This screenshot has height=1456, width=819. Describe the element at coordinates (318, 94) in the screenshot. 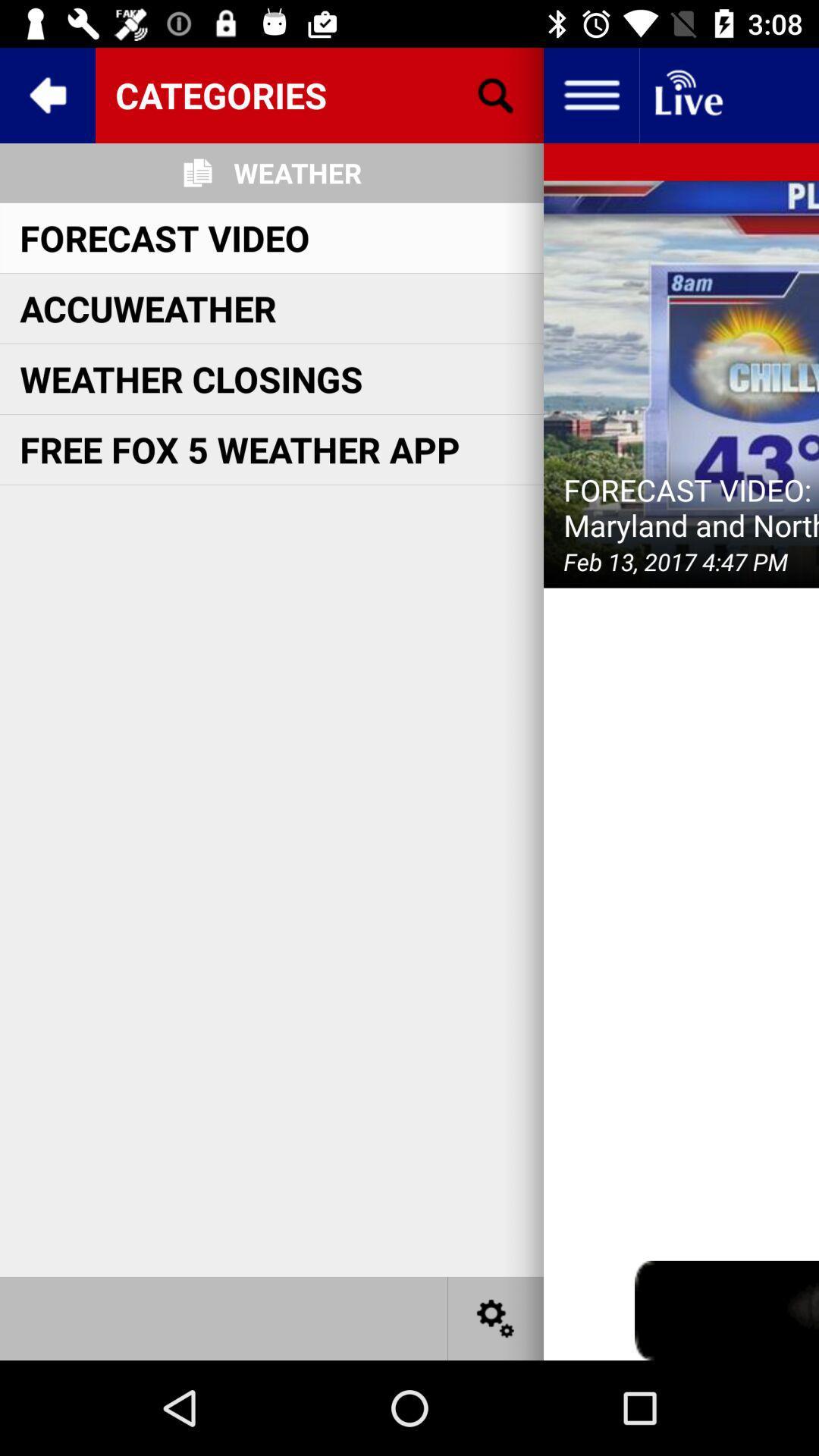

I see `the categories item` at that location.